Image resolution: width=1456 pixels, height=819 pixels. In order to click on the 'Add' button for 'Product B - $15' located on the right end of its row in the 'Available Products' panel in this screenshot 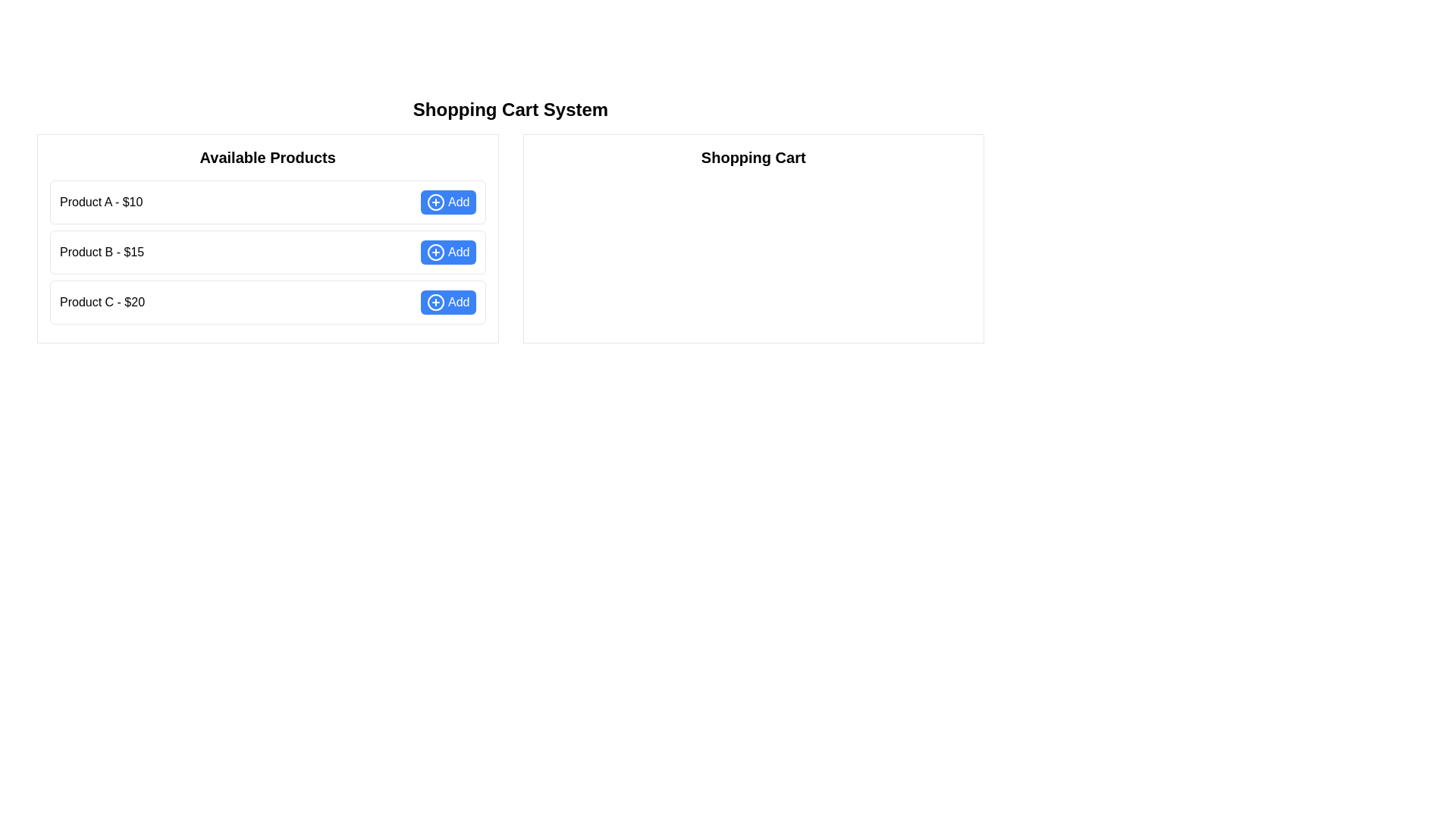, I will do `click(447, 251)`.